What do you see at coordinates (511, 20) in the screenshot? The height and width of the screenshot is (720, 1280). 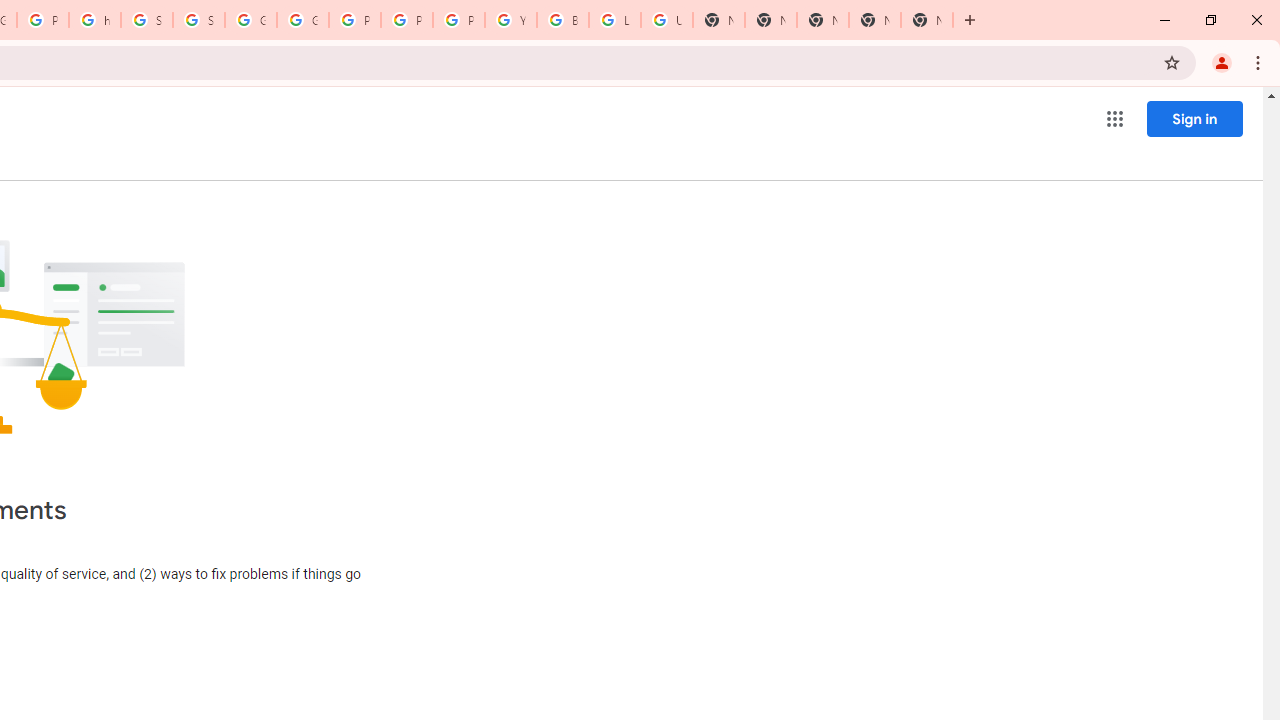 I see `'YouTube'` at bounding box center [511, 20].